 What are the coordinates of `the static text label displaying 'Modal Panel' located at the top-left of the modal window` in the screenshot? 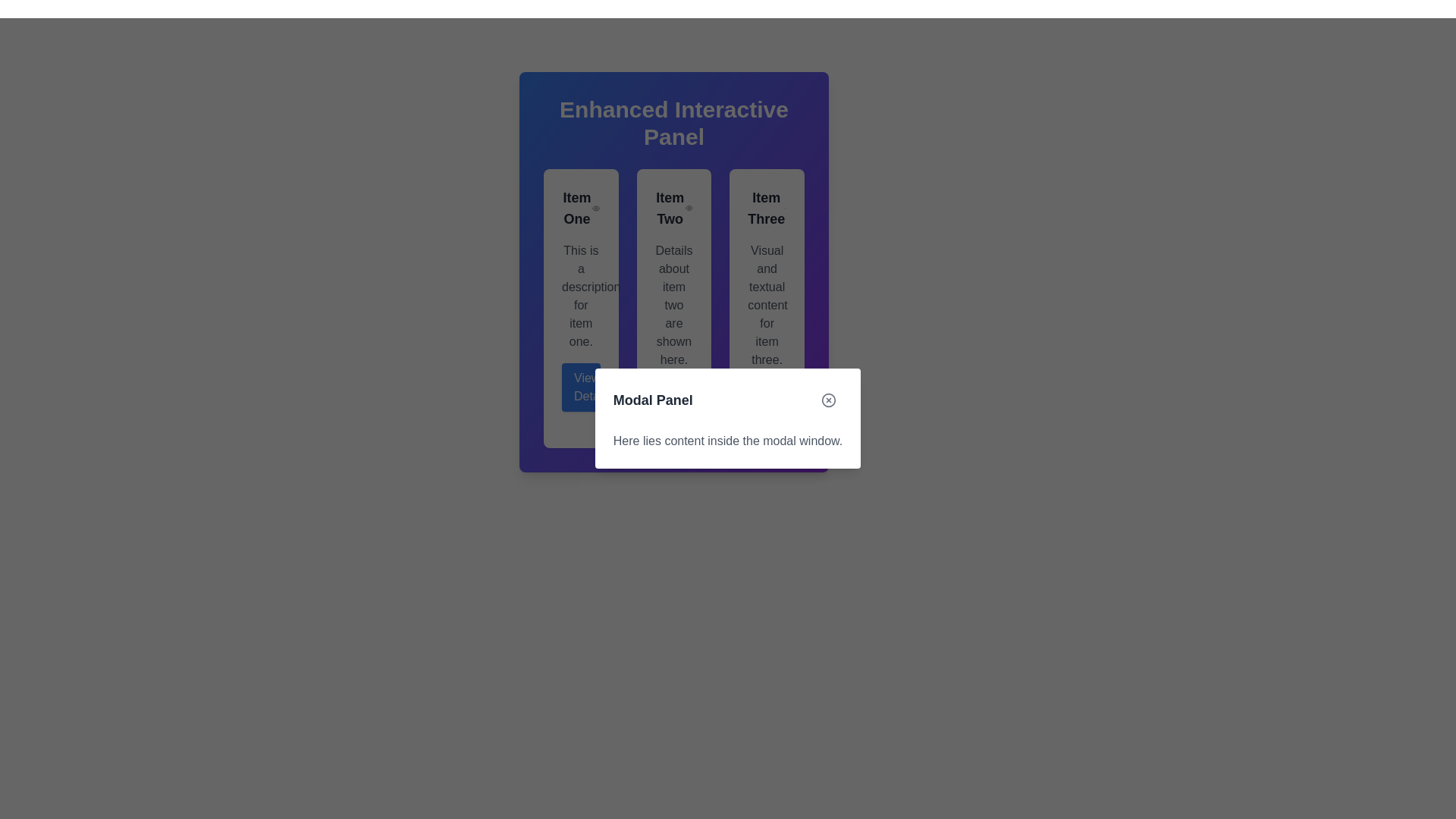 It's located at (653, 400).